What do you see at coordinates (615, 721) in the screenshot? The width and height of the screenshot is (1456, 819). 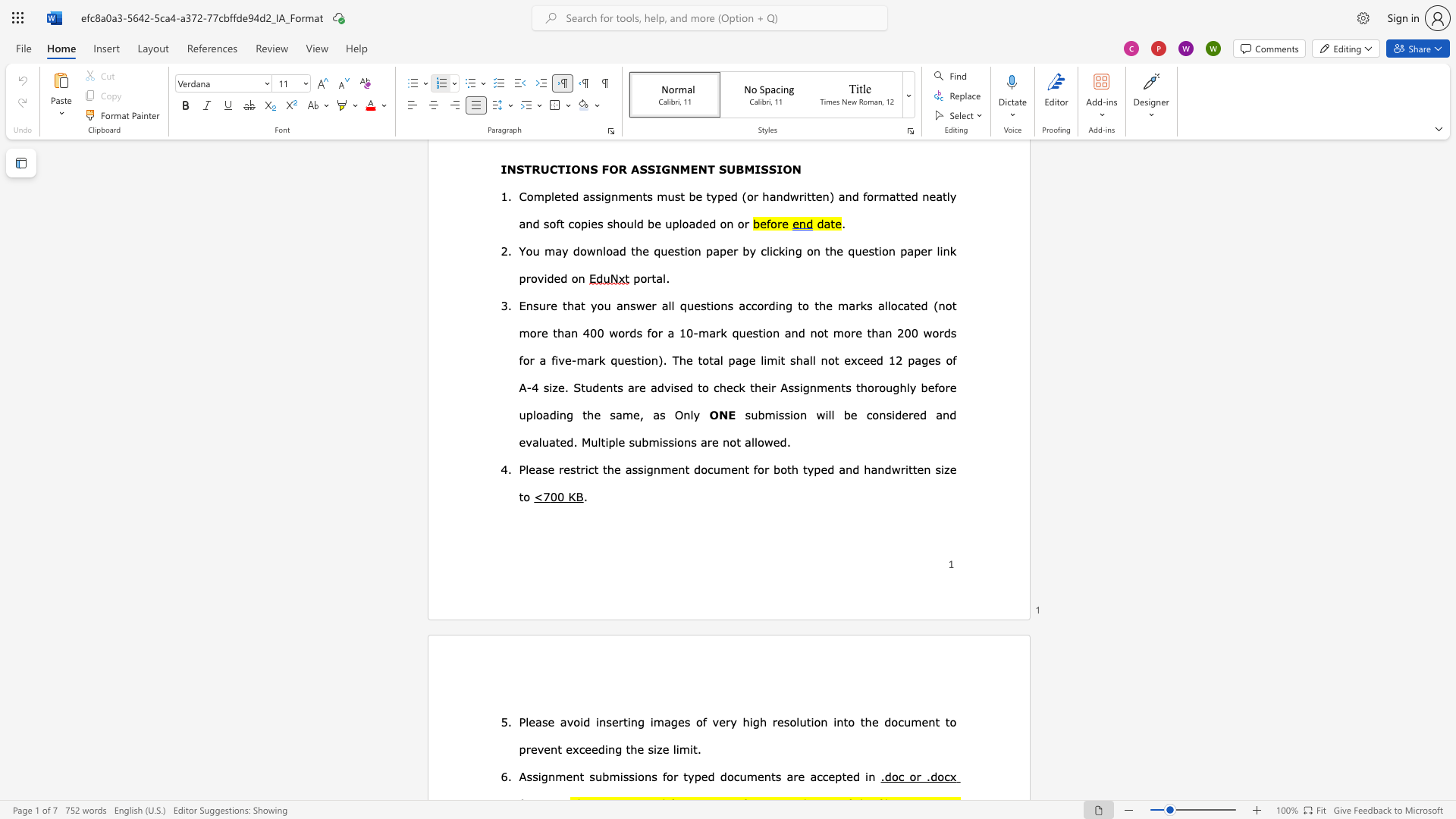 I see `the 3th character "e" in the text` at bounding box center [615, 721].